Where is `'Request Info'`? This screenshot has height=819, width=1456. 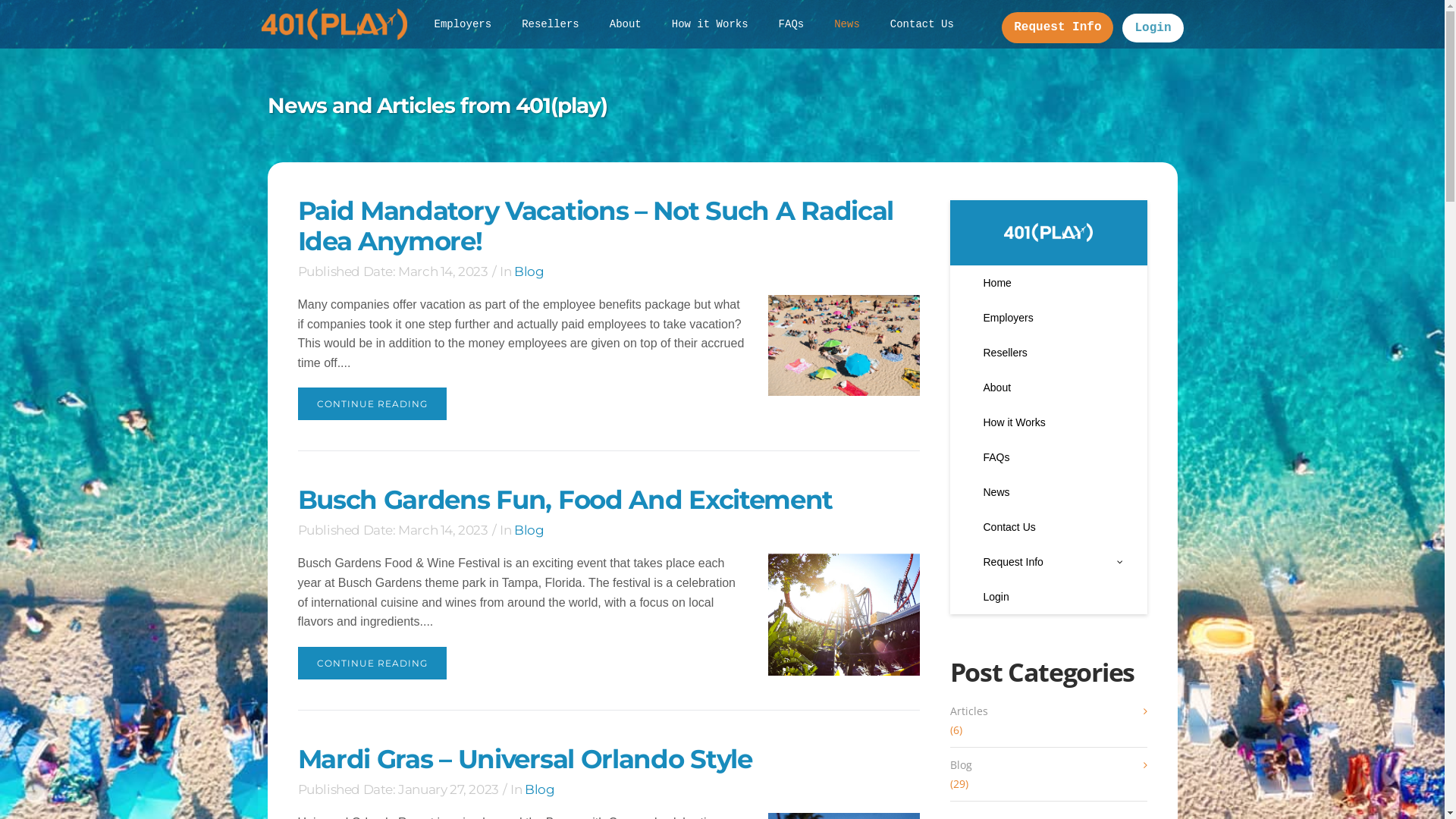
'Request Info' is located at coordinates (1056, 27).